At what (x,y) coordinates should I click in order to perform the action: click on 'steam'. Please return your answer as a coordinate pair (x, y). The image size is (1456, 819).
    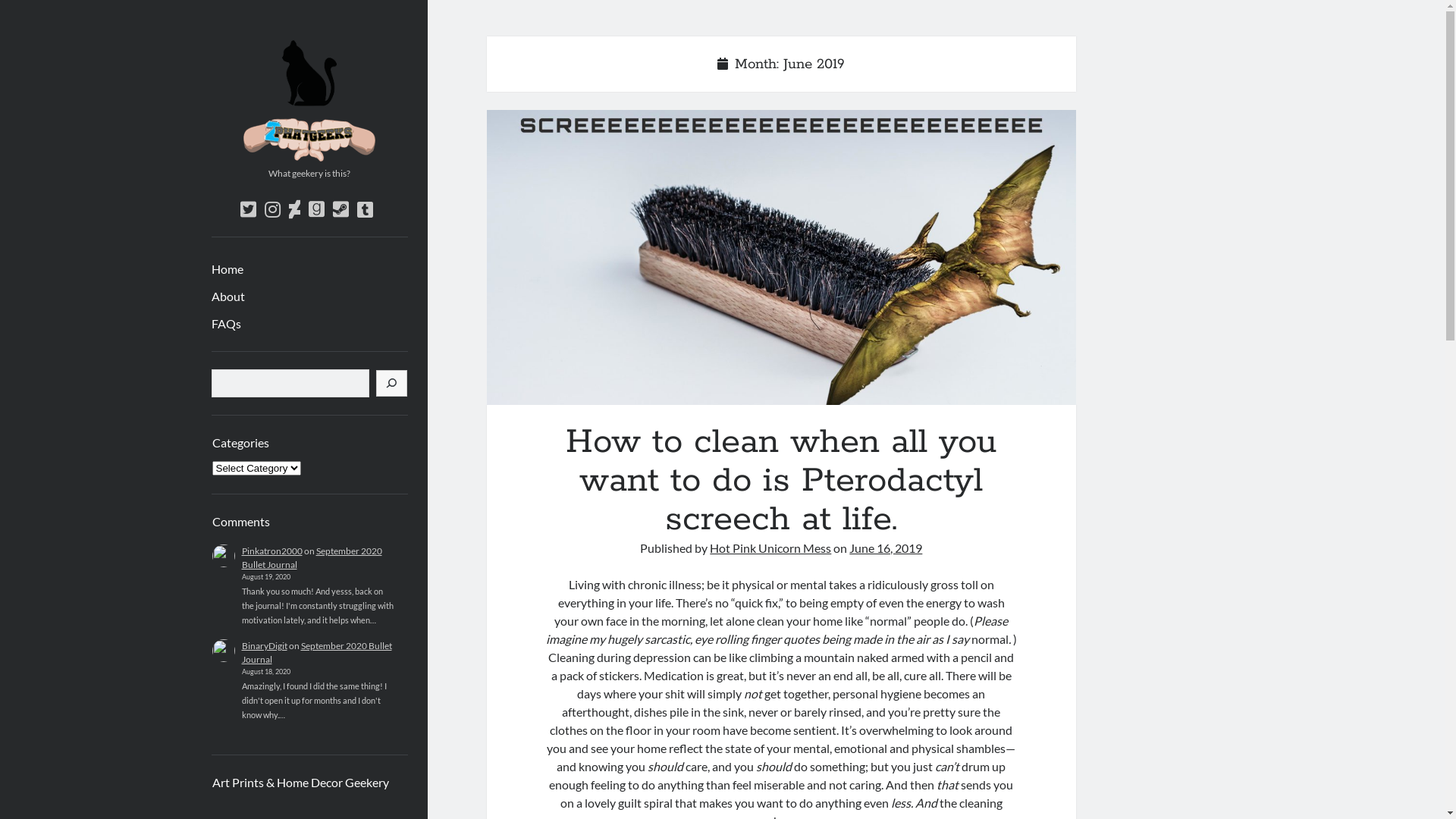
    Looking at the image, I should click on (339, 209).